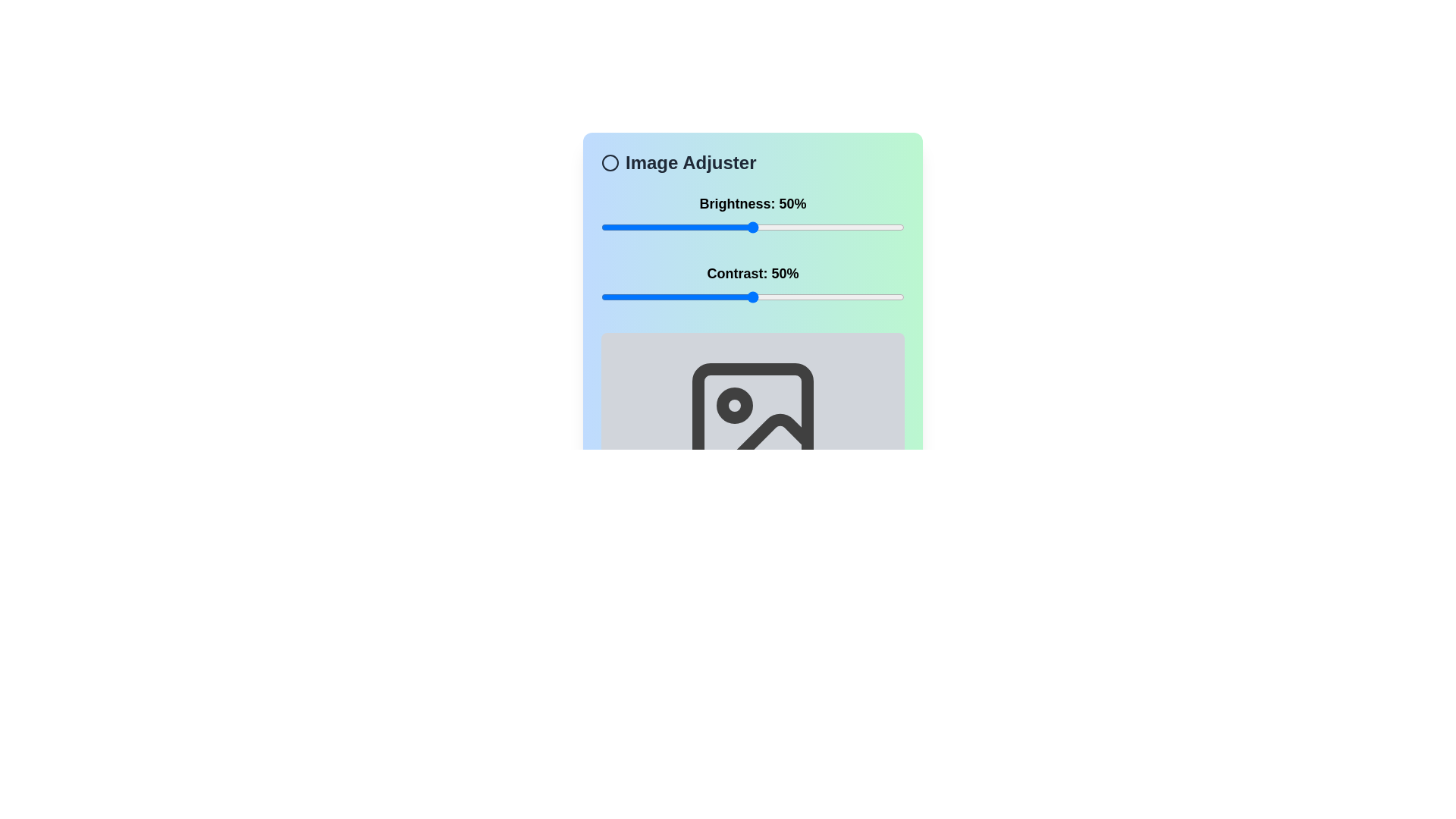  I want to click on the contrast slider to 0%, so click(600, 297).